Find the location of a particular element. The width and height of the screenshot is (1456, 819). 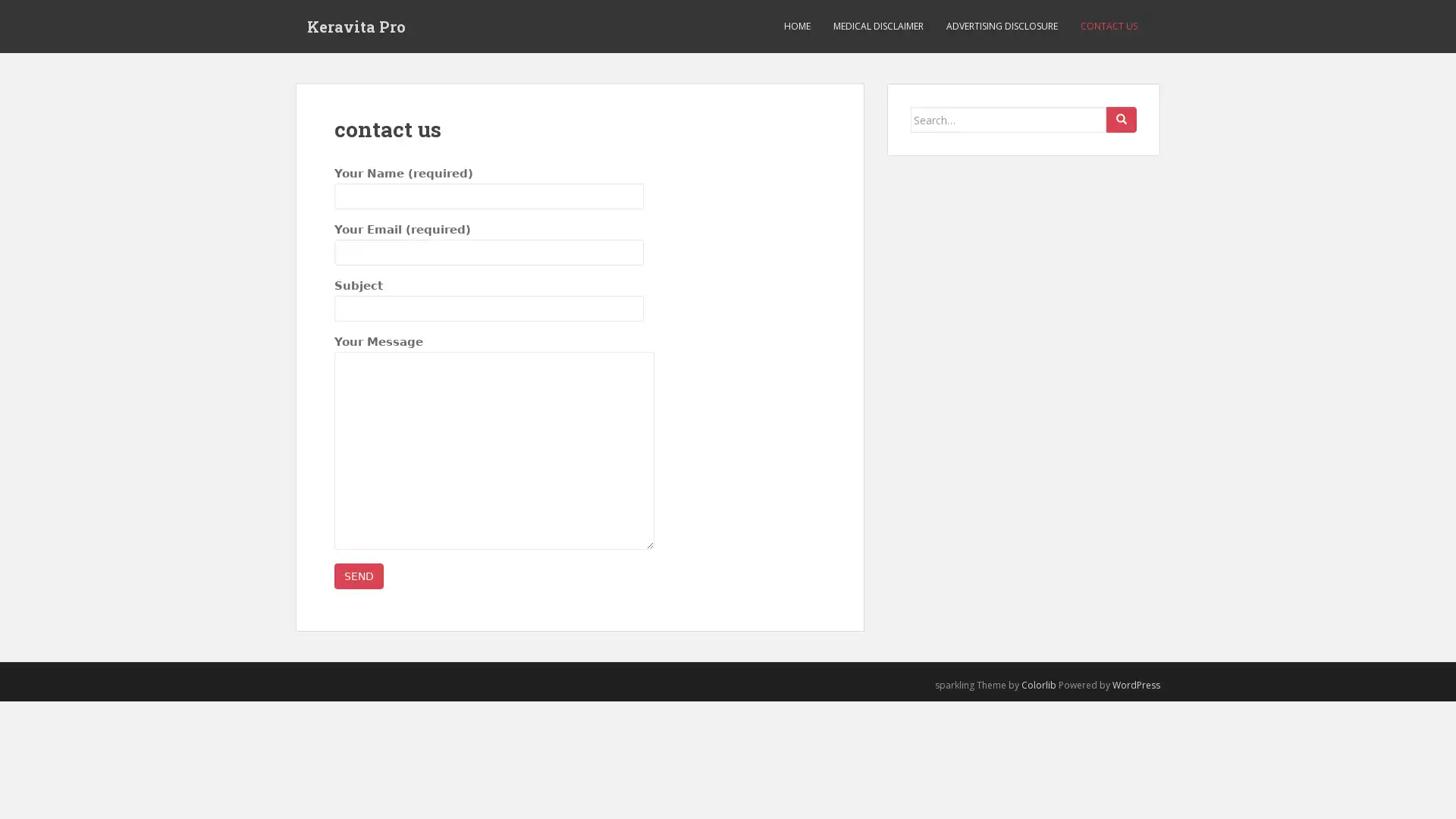

Send is located at coordinates (358, 576).